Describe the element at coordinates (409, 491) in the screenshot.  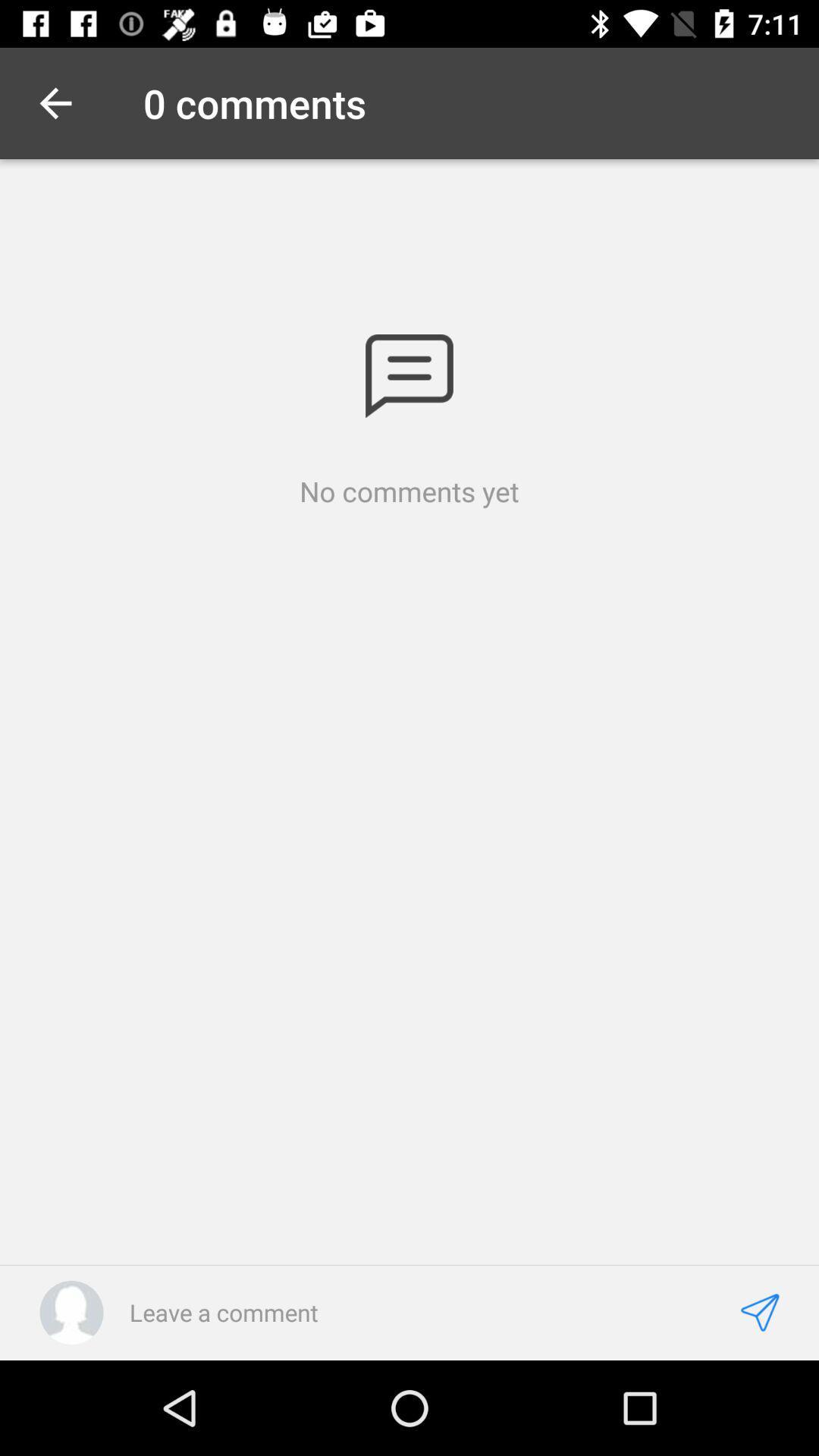
I see `no comments yet at the center` at that location.